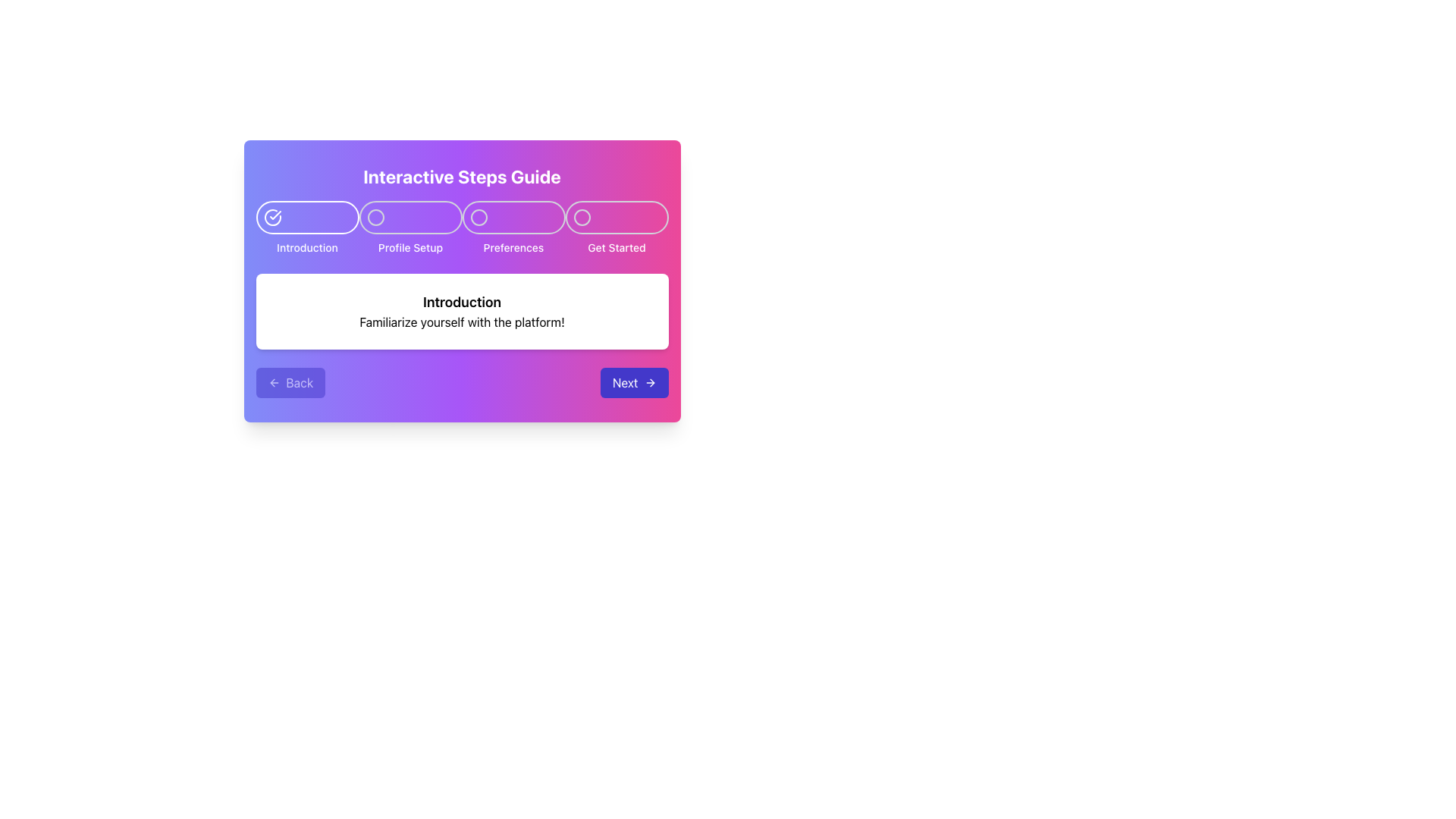  Describe the element at coordinates (581, 217) in the screenshot. I see `the fourth circular Progress Step Indicator labeled 'Get Started' located at the top-right of the card` at that location.